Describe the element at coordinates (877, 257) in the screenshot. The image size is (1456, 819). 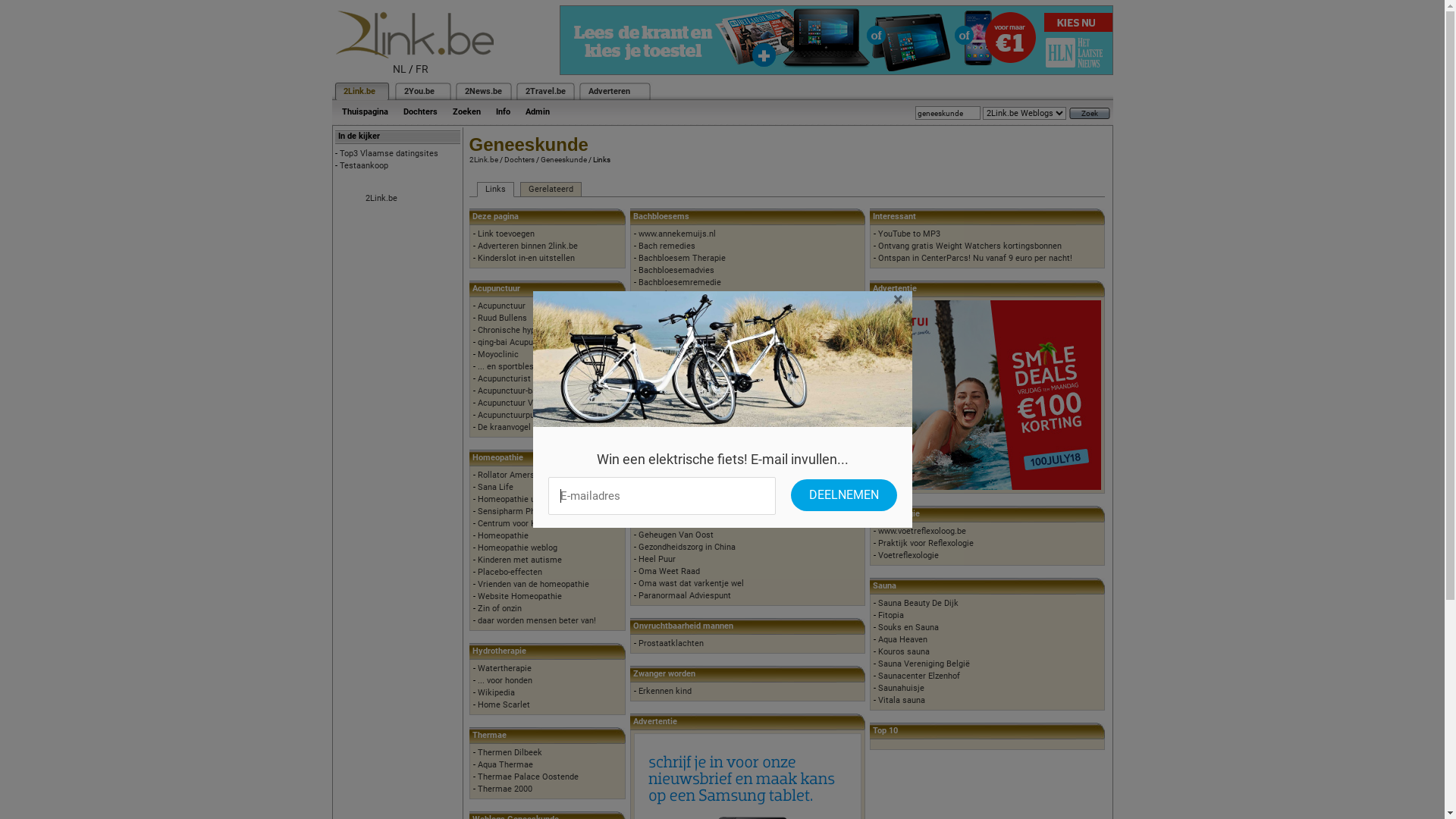
I see `'Ontspan in CenterParcs! Nu vanaf 9 euro per nacht!'` at that location.